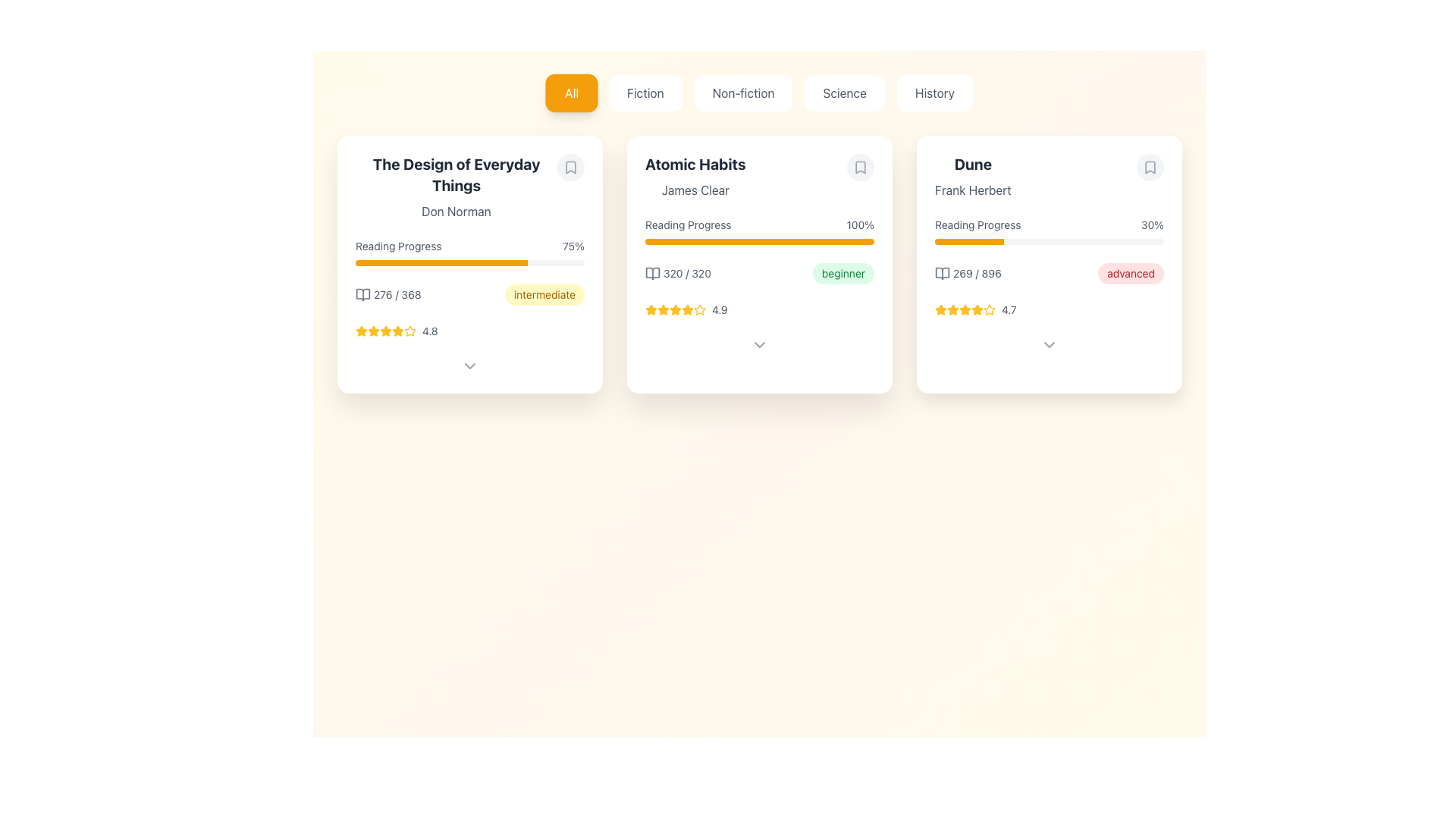 The height and width of the screenshot is (819, 1456). I want to click on the bookmark icon located in the upper right corner of the card titled 'Atomic Habits', so click(860, 167).